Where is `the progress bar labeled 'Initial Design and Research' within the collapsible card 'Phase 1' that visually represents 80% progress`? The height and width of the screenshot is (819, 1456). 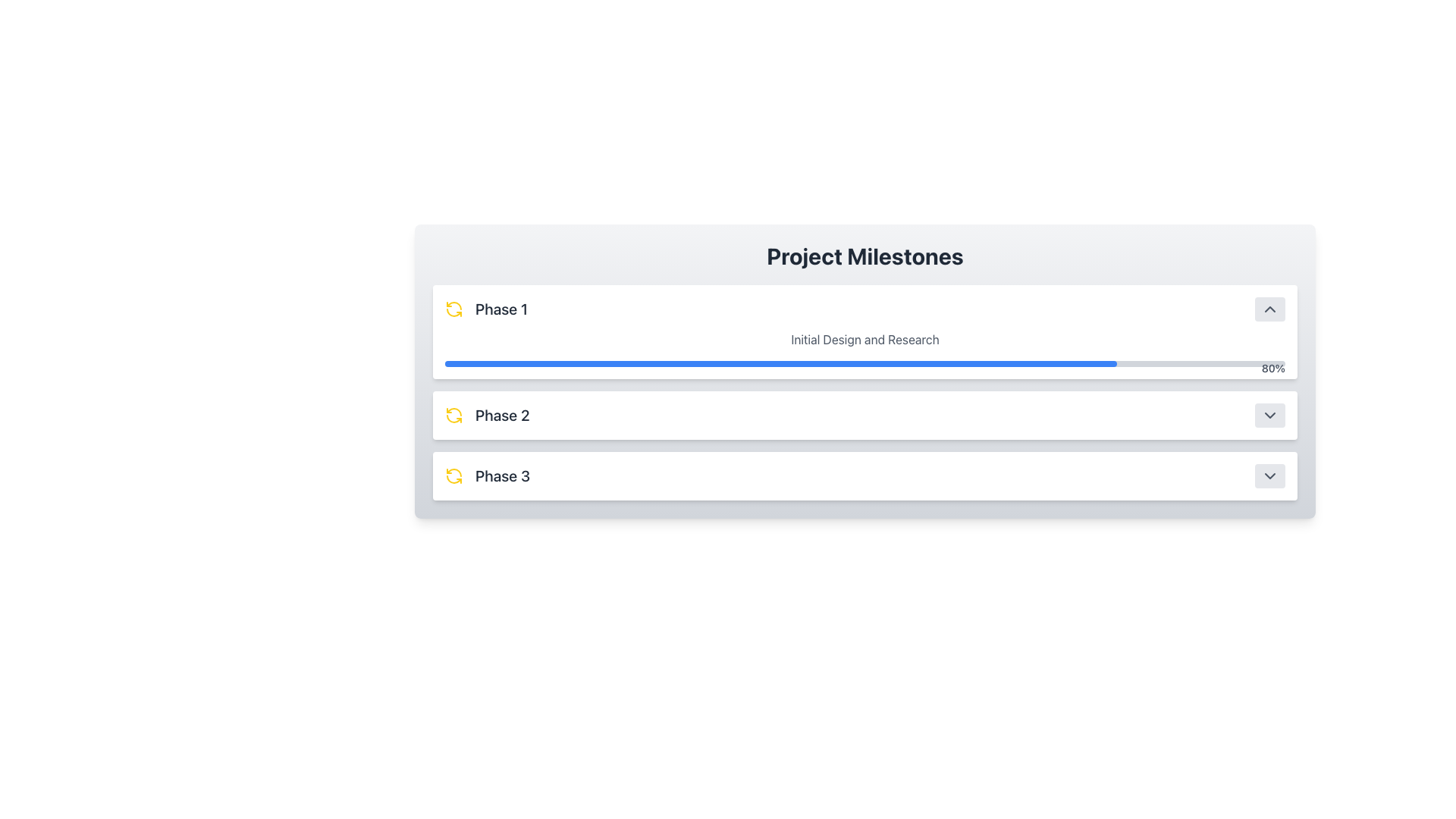
the progress bar labeled 'Initial Design and Research' within the collapsible card 'Phase 1' that visually represents 80% progress is located at coordinates (865, 348).